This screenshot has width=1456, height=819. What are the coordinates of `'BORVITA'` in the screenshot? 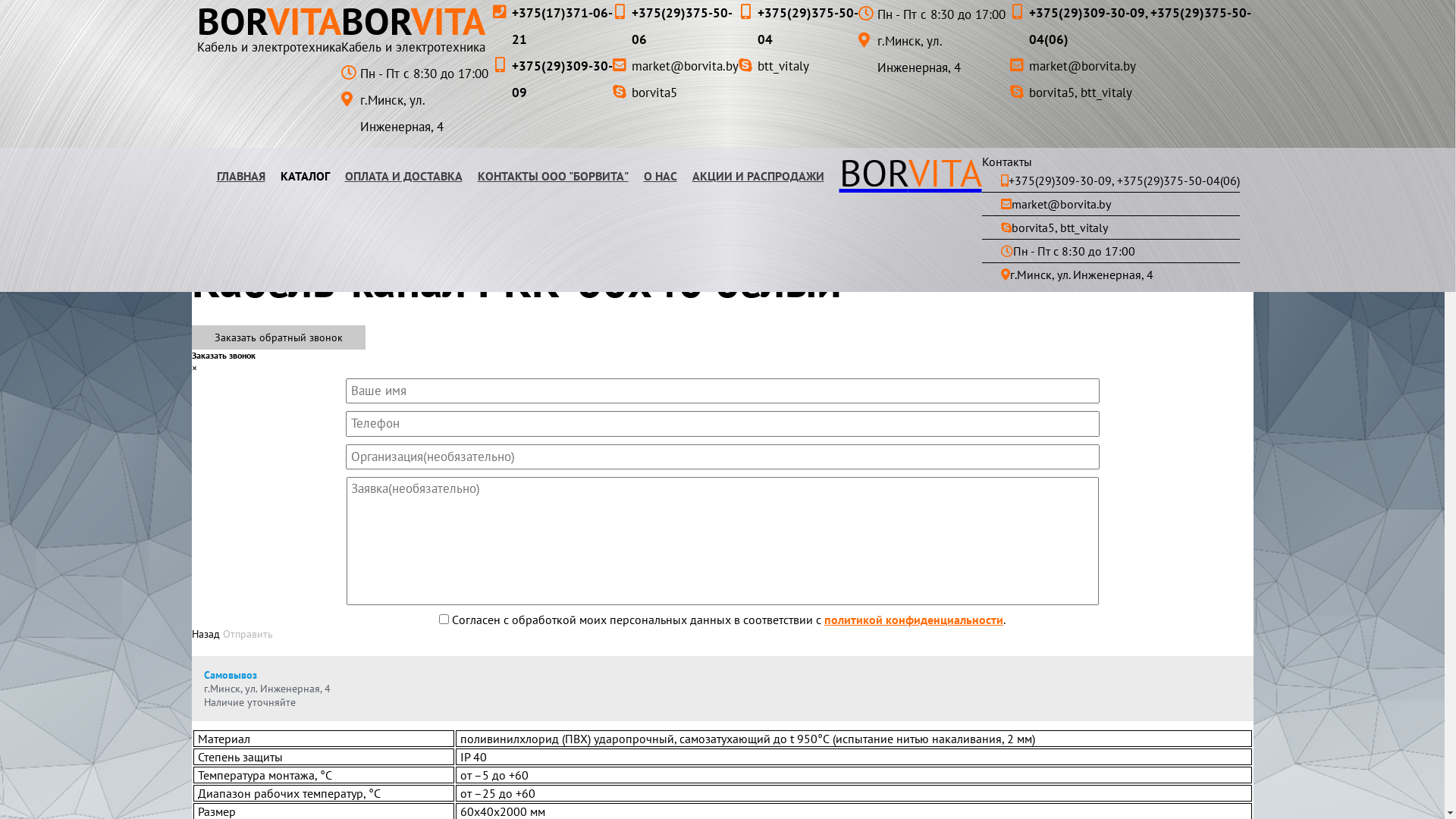 It's located at (417, 20).